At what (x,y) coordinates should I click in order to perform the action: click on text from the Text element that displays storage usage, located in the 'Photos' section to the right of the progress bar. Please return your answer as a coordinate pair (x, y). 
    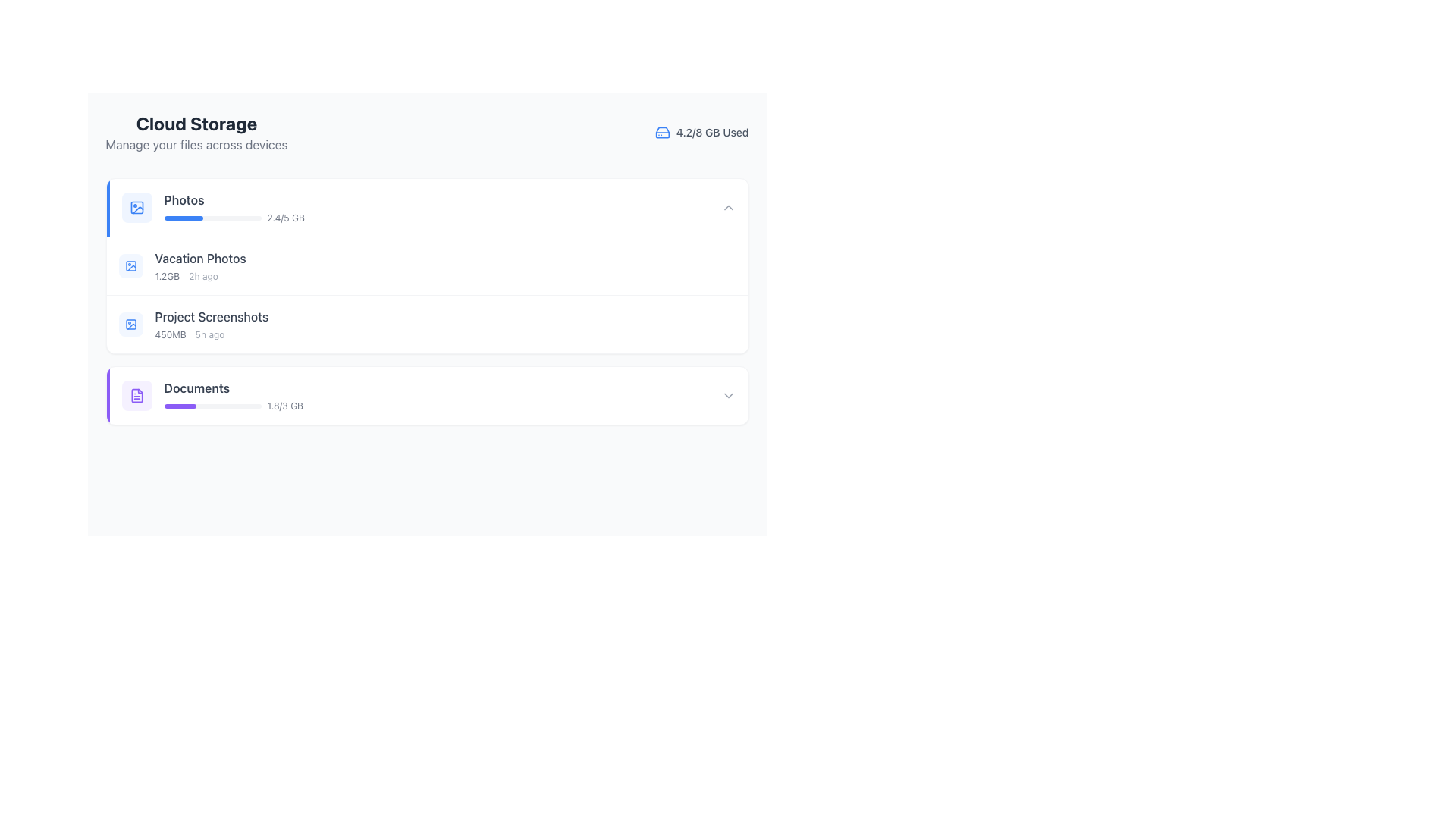
    Looking at the image, I should click on (286, 218).